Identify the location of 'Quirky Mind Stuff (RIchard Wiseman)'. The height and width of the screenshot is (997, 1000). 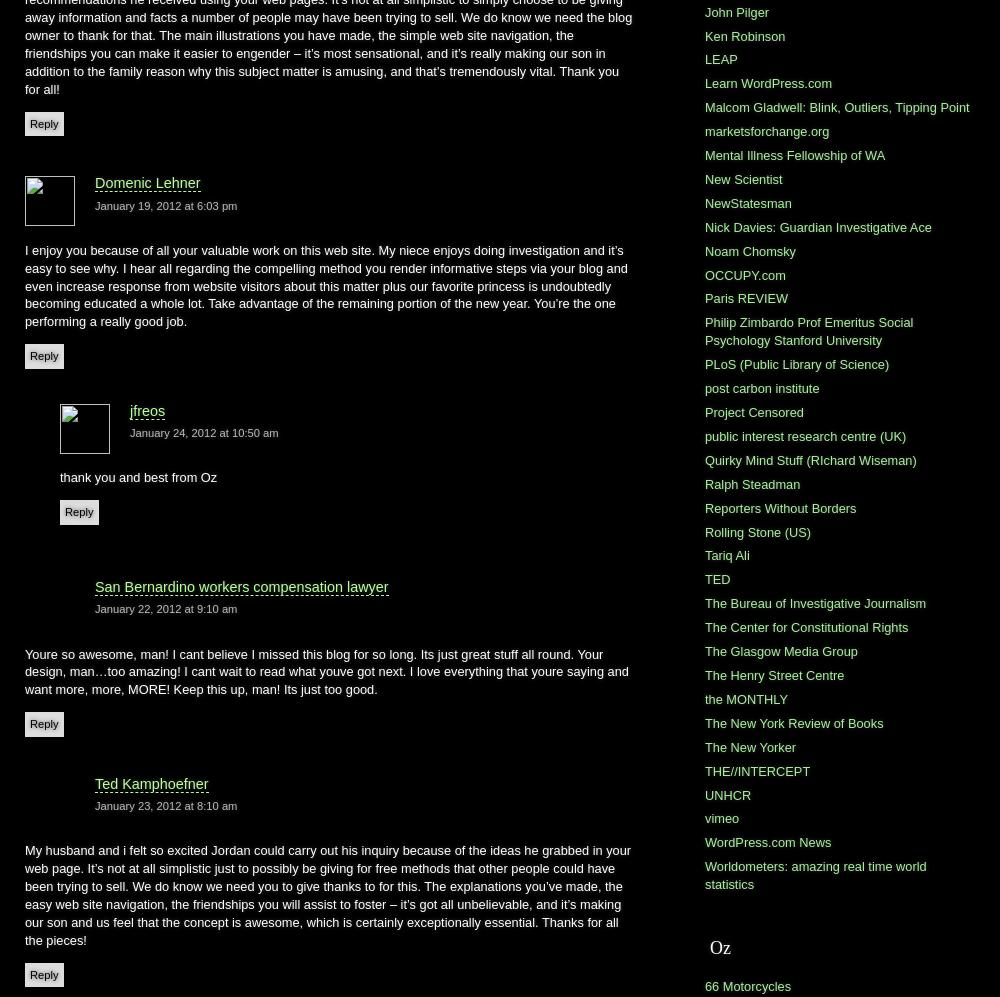
(810, 459).